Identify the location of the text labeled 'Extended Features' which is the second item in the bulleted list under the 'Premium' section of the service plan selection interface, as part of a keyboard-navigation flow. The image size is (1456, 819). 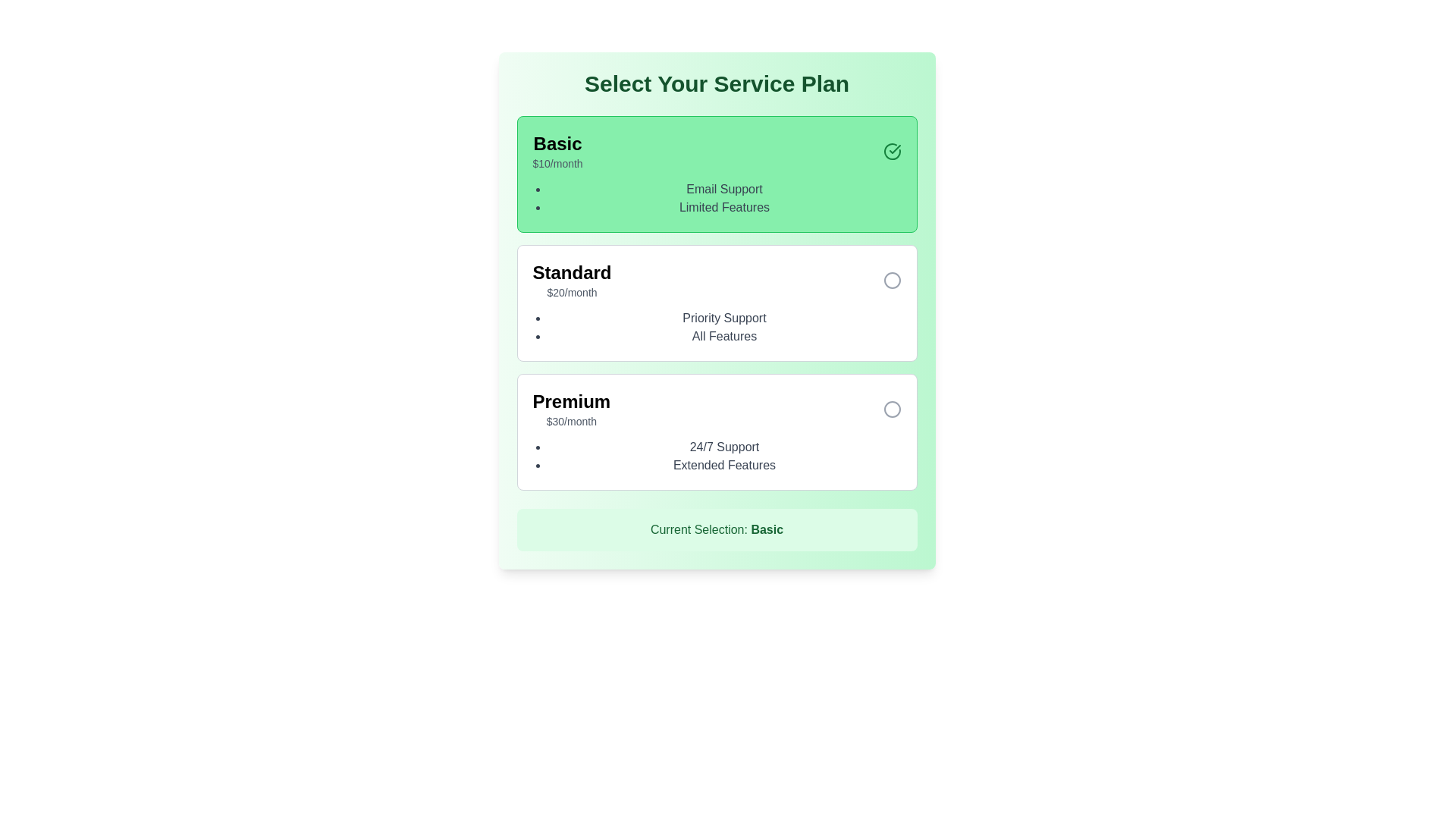
(723, 464).